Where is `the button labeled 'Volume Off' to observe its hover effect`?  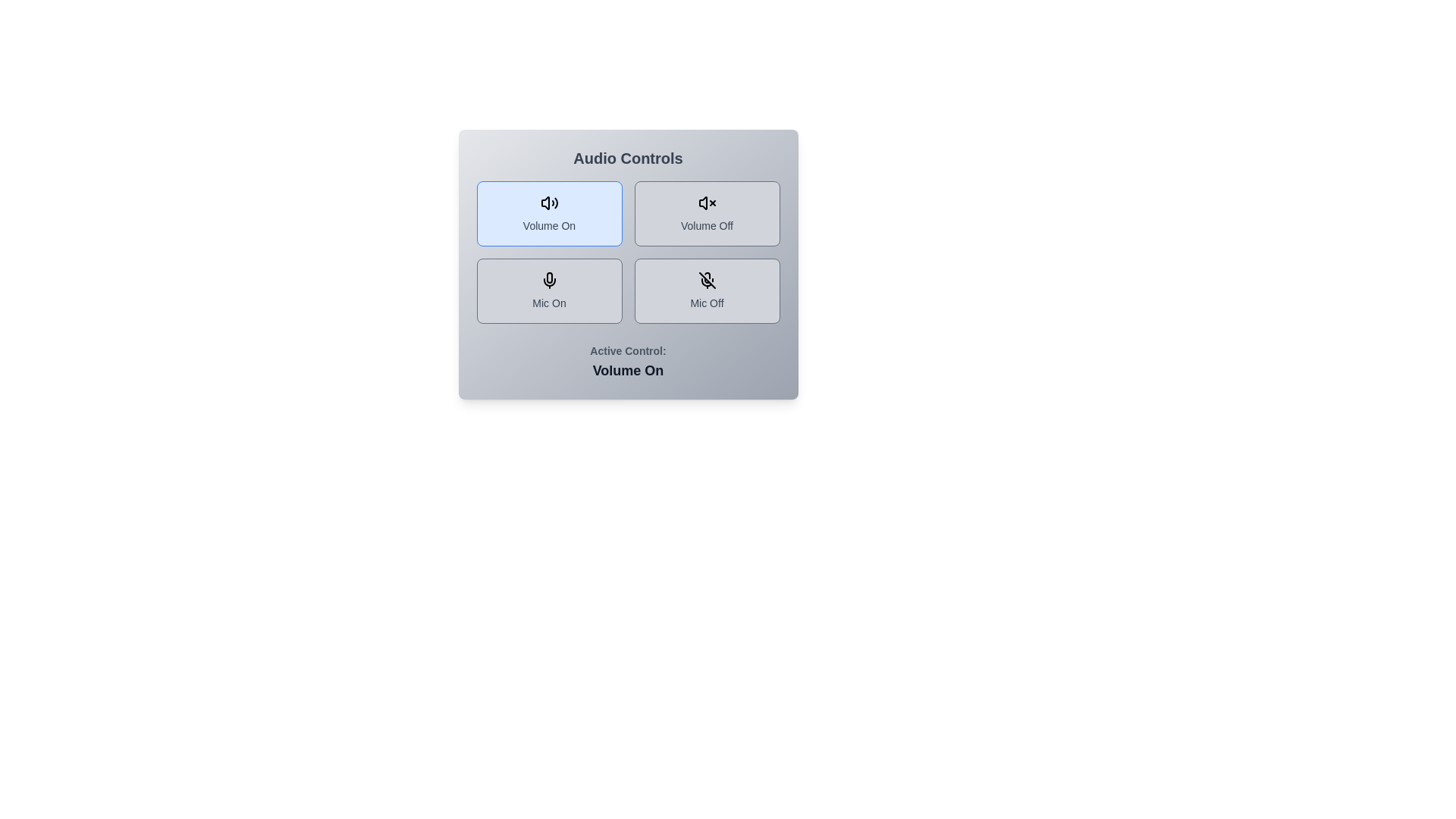
the button labeled 'Volume Off' to observe its hover effect is located at coordinates (706, 213).